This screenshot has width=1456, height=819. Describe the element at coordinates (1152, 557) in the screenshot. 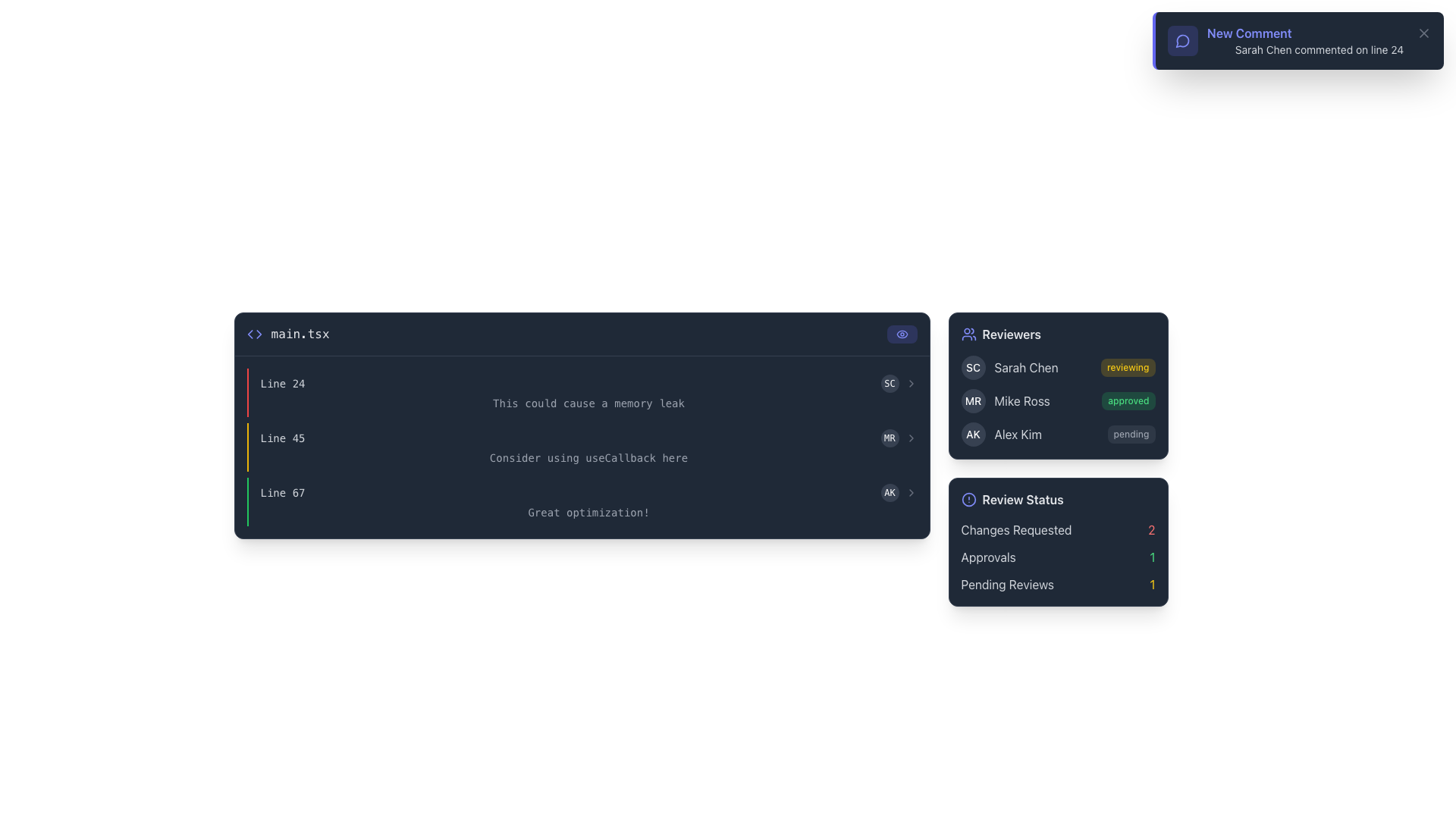

I see `the Text label that indicates the count or status associated with the 'Approvals' label, located in the 'Review Status' section, specifically to the right of the label 'Approvals'` at that location.